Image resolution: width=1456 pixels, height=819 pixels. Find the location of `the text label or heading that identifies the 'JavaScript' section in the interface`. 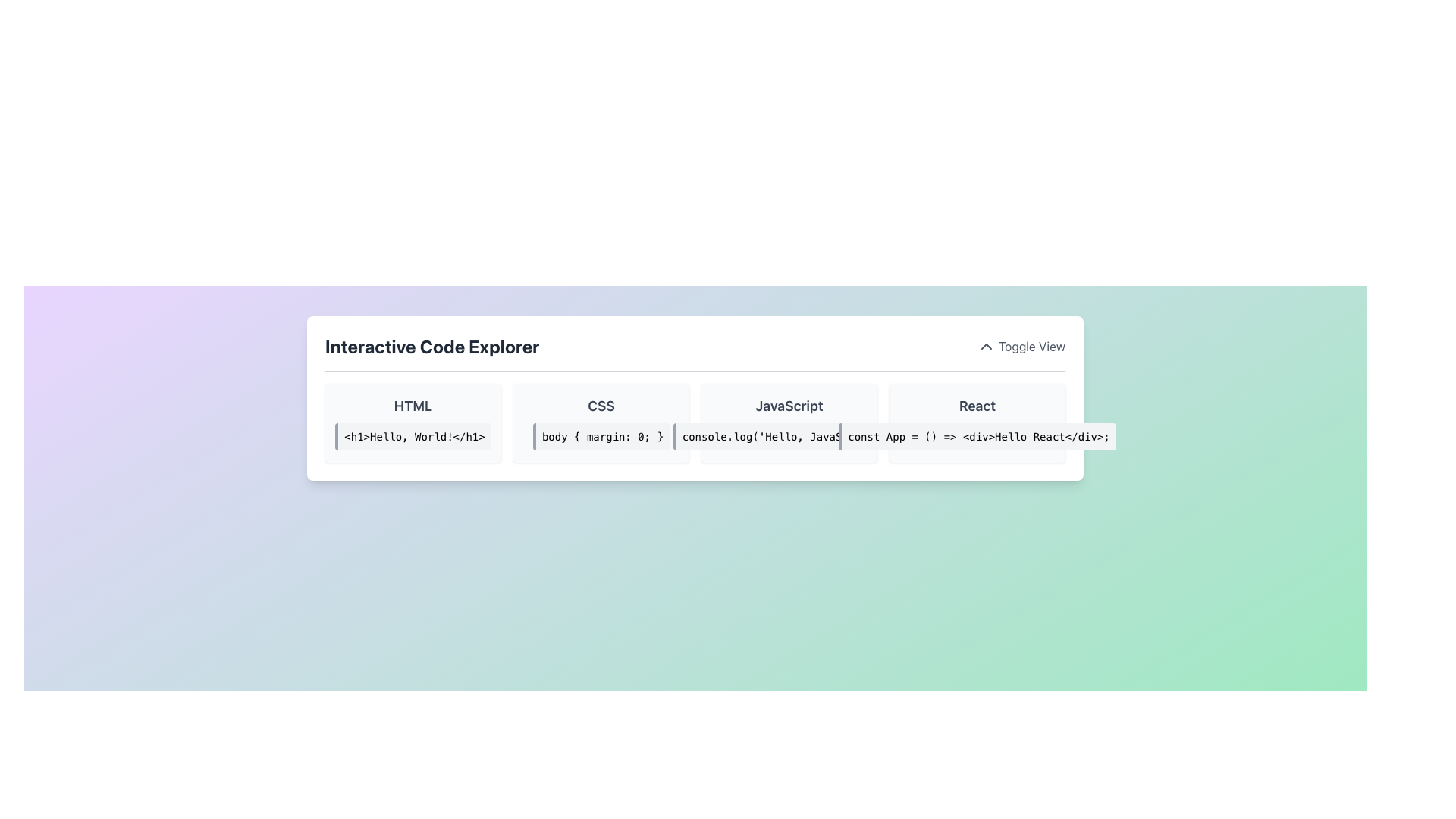

the text label or heading that identifies the 'JavaScript' section in the interface is located at coordinates (789, 406).